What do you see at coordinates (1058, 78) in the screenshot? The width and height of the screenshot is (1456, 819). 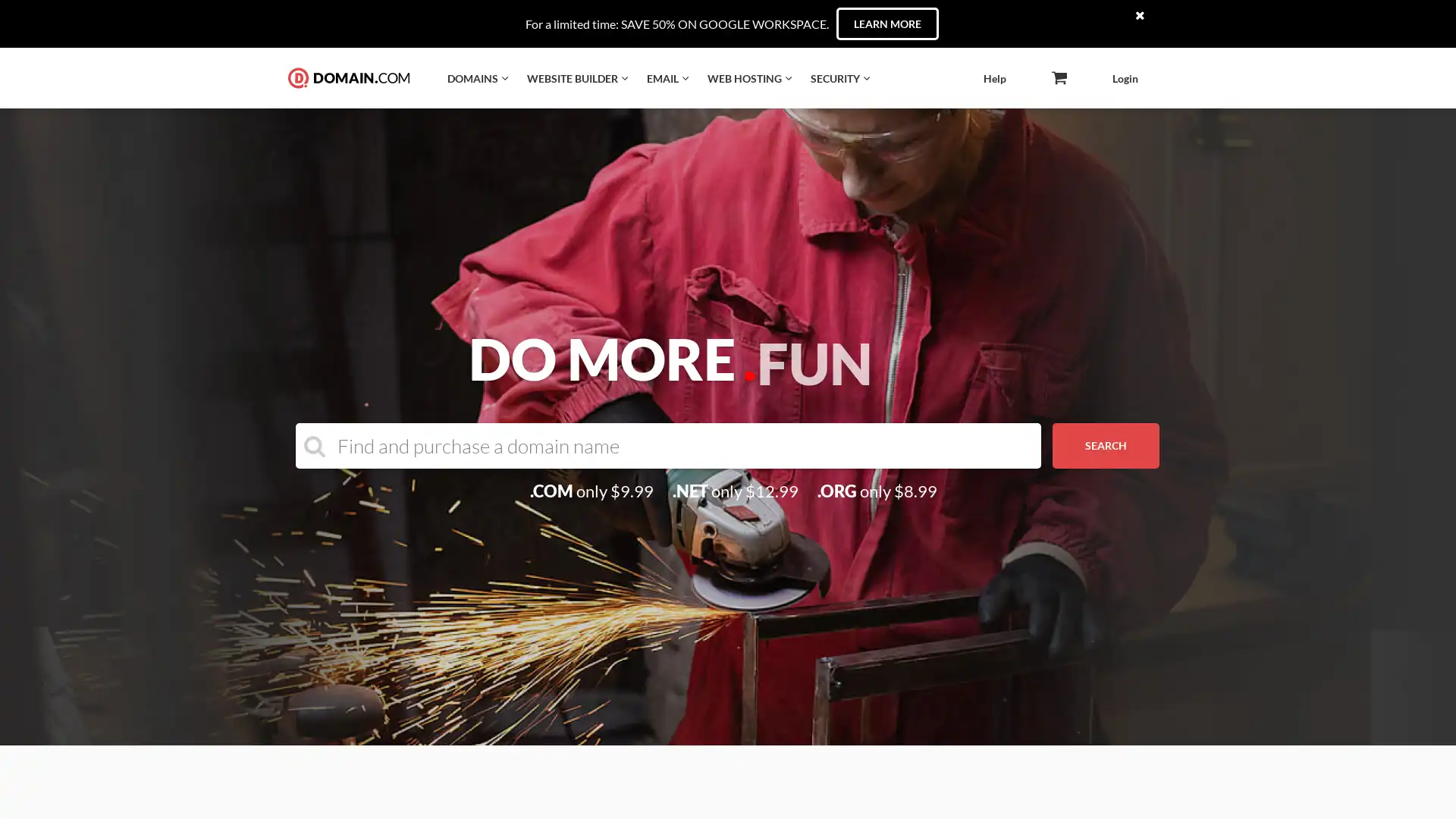 I see `angle-down icon` at bounding box center [1058, 78].